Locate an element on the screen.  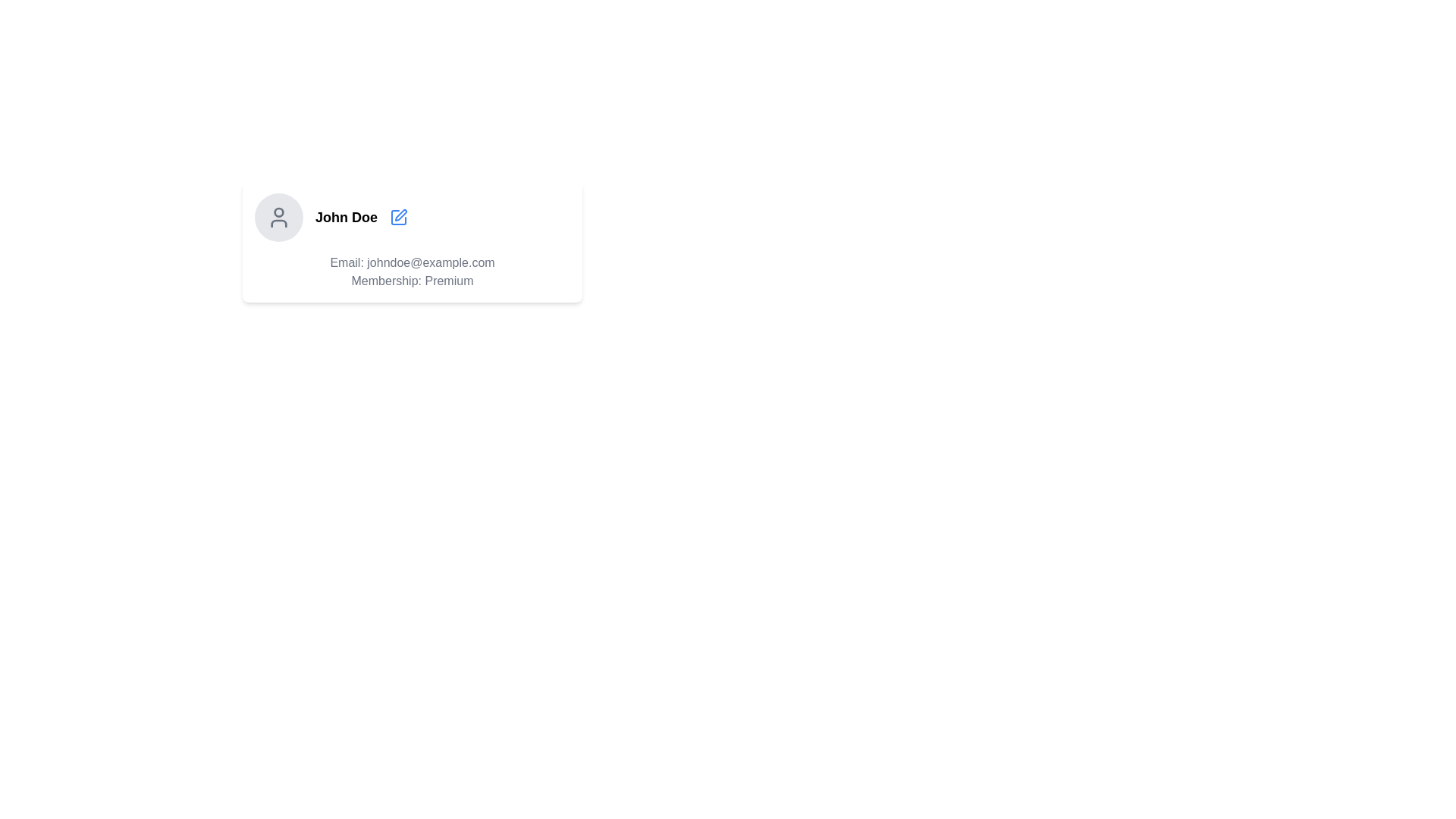
the edit icon located to the immediate right of the user's name 'John Doe' is located at coordinates (399, 217).